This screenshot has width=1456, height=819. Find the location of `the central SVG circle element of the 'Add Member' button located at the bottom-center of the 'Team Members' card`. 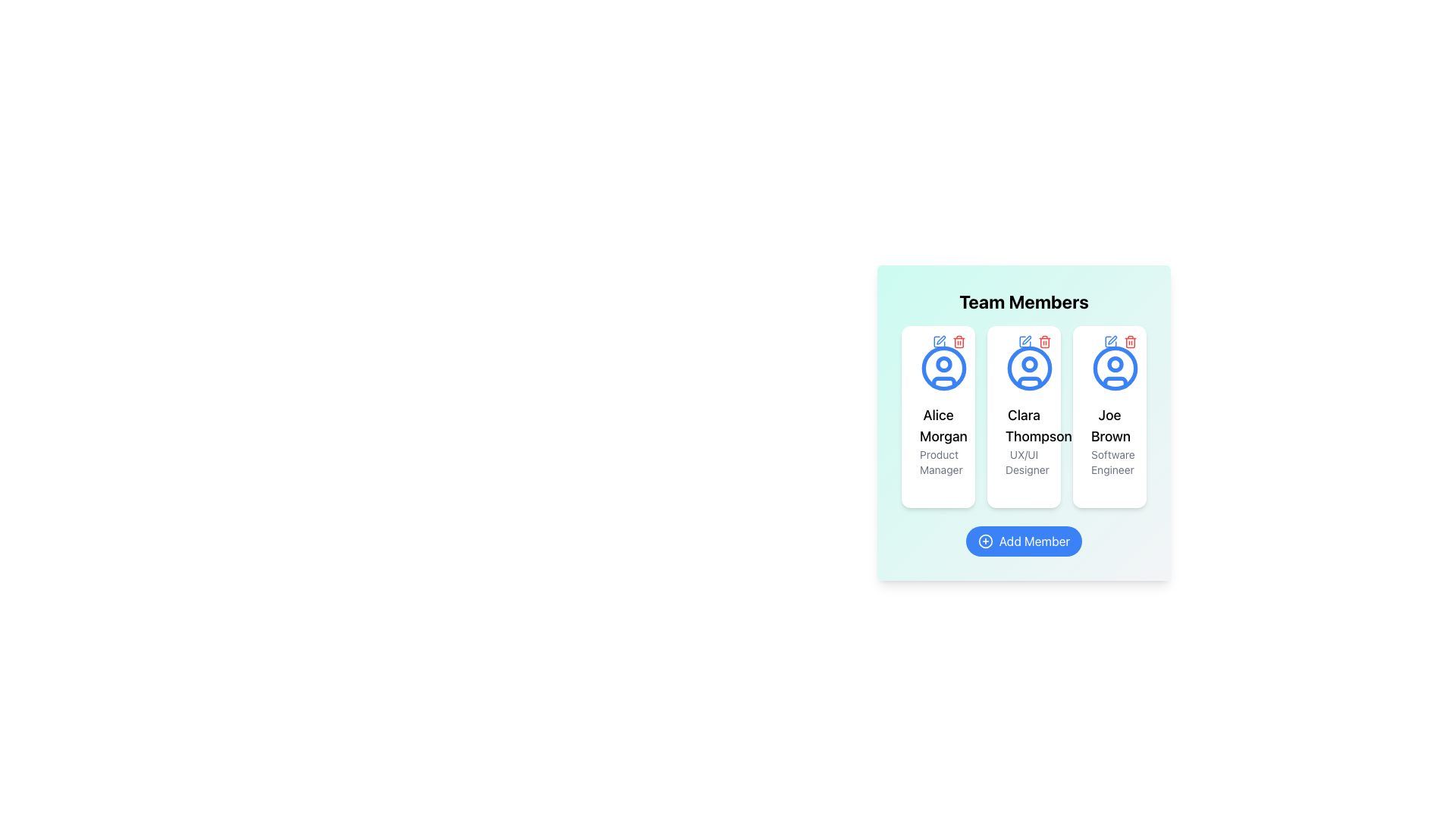

the central SVG circle element of the 'Add Member' button located at the bottom-center of the 'Team Members' card is located at coordinates (985, 540).